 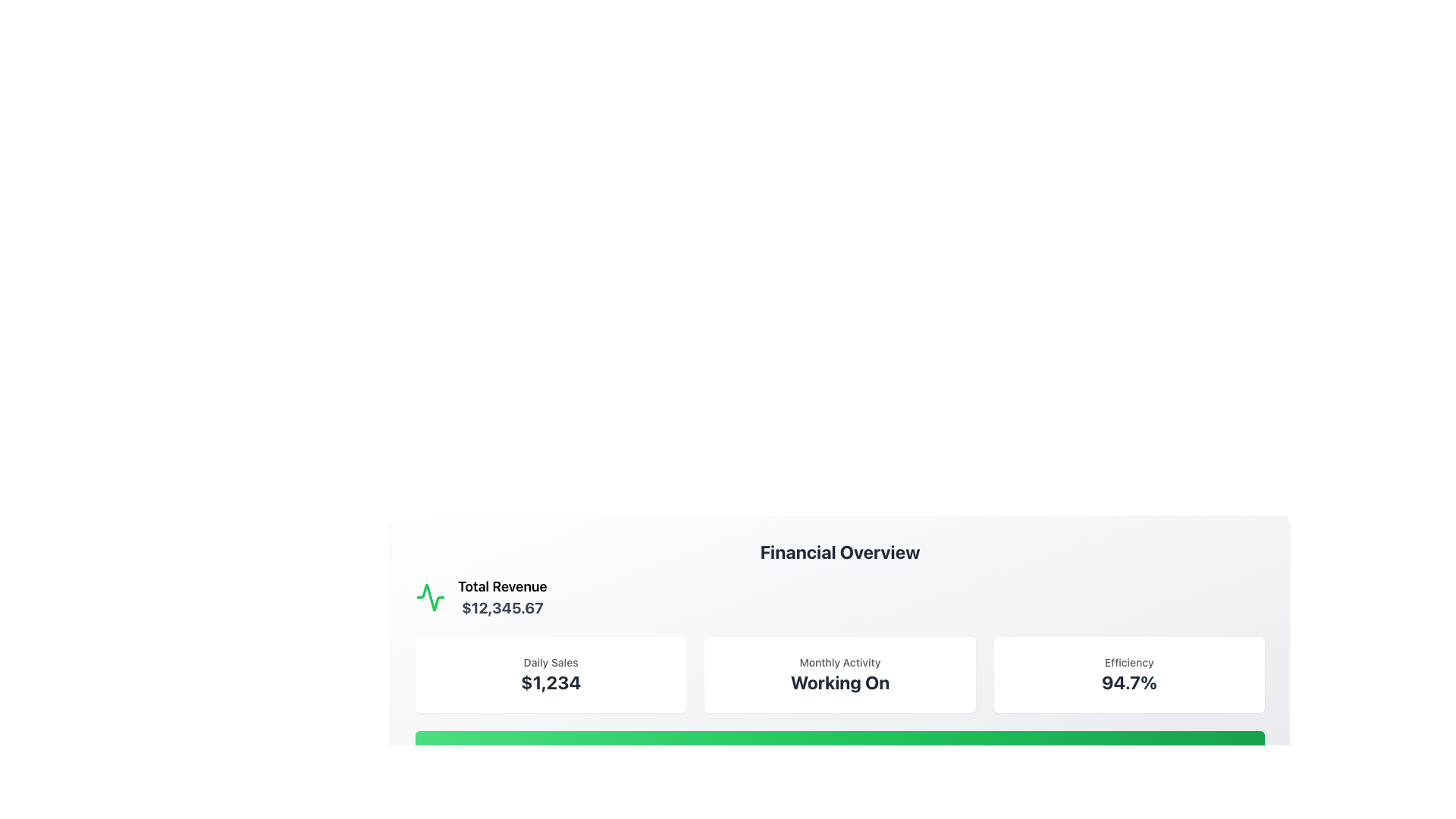 I want to click on the text element displaying '94.7%' in bold, large dark gray font, which is located below the 'Efficiency' label in the card of the 'Financial Overview' panel, so click(x=1129, y=681).